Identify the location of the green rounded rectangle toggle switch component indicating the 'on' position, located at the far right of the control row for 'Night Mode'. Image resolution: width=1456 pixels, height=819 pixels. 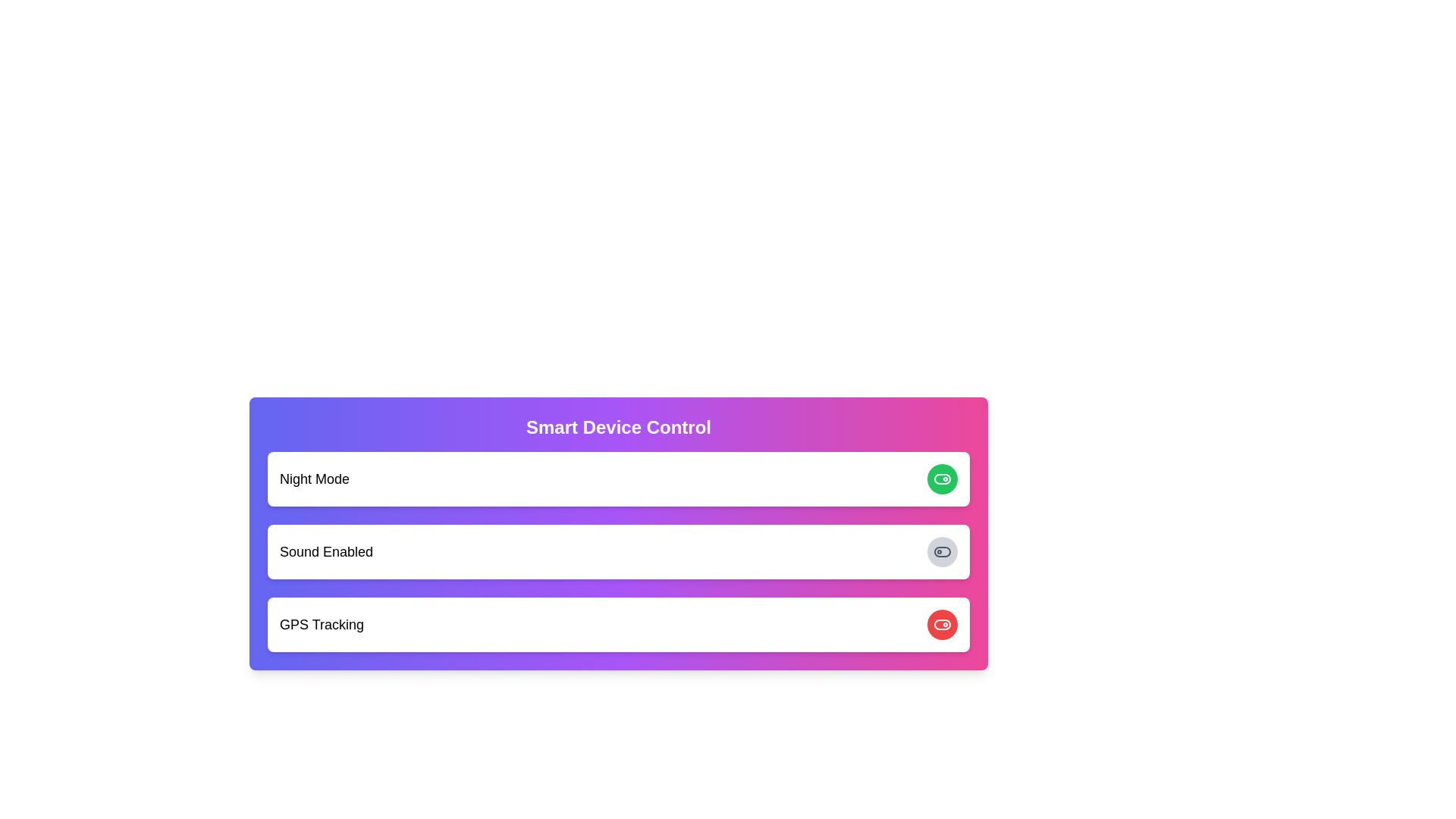
(942, 479).